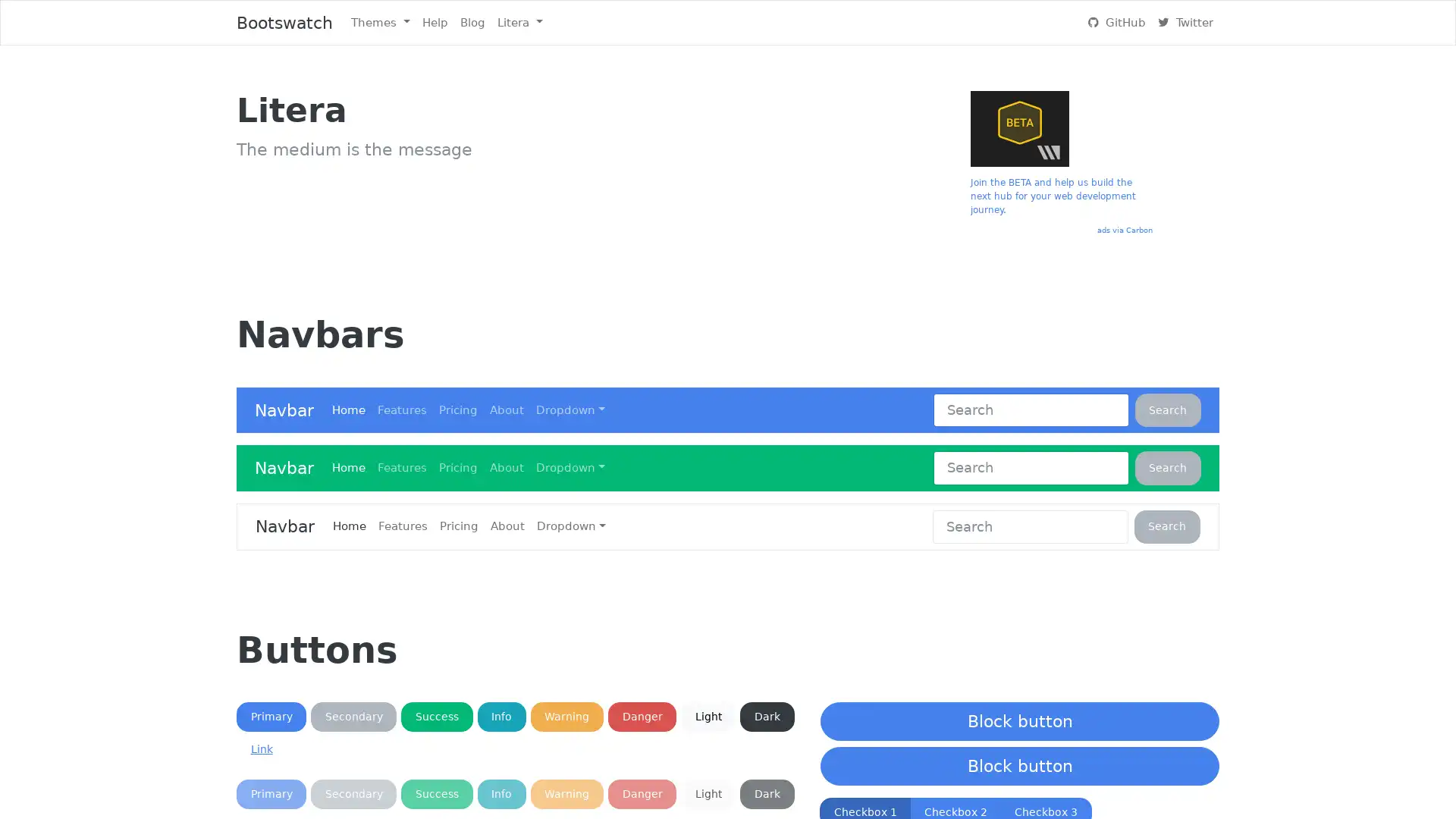 This screenshot has width=1456, height=819. Describe the element at coordinates (436, 717) in the screenshot. I see `Success` at that location.